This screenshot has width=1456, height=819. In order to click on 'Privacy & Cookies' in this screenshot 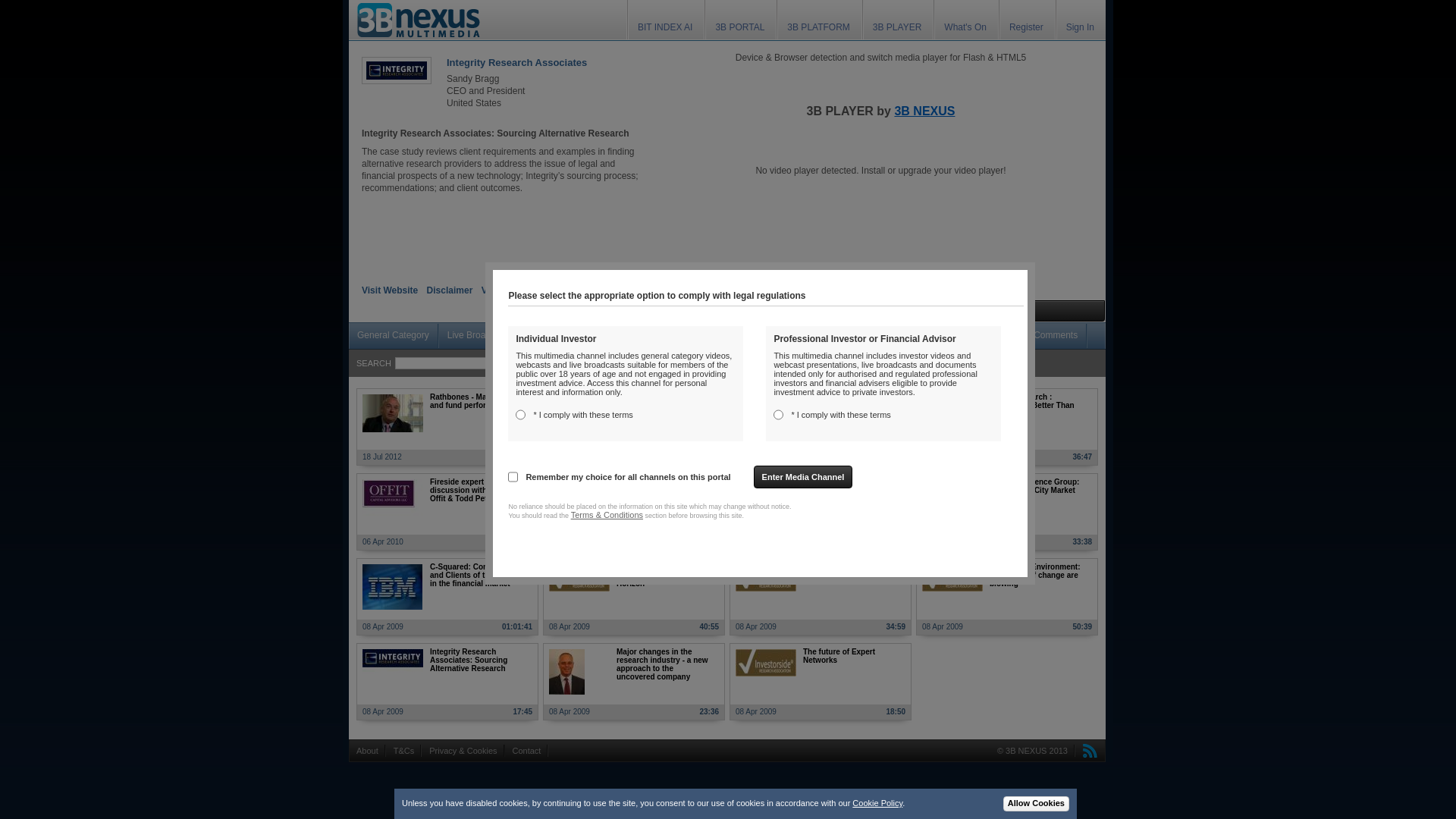, I will do `click(462, 751)`.